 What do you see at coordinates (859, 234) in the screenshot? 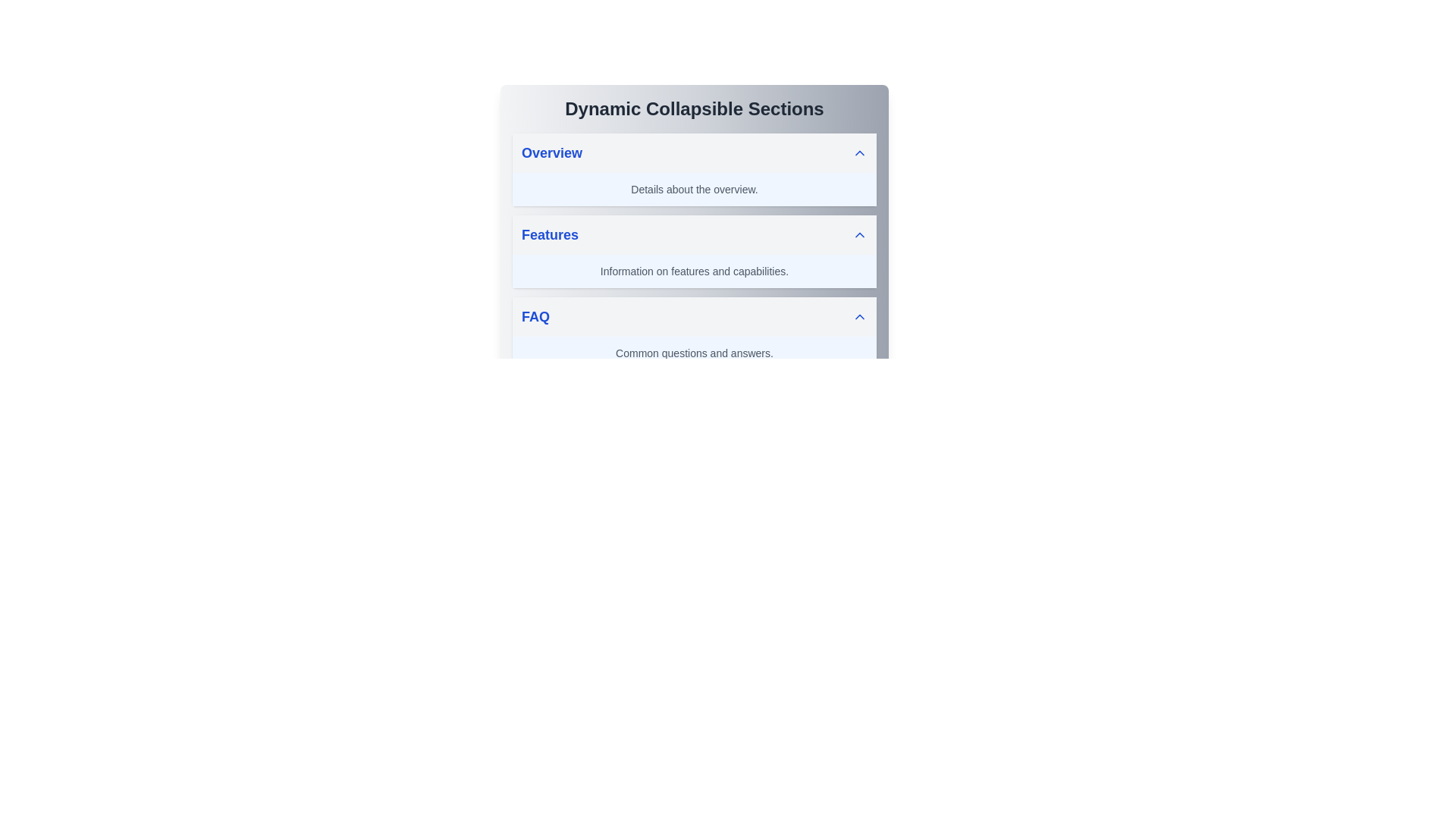
I see `the icon located at the far right of the 'Features' section header` at bounding box center [859, 234].